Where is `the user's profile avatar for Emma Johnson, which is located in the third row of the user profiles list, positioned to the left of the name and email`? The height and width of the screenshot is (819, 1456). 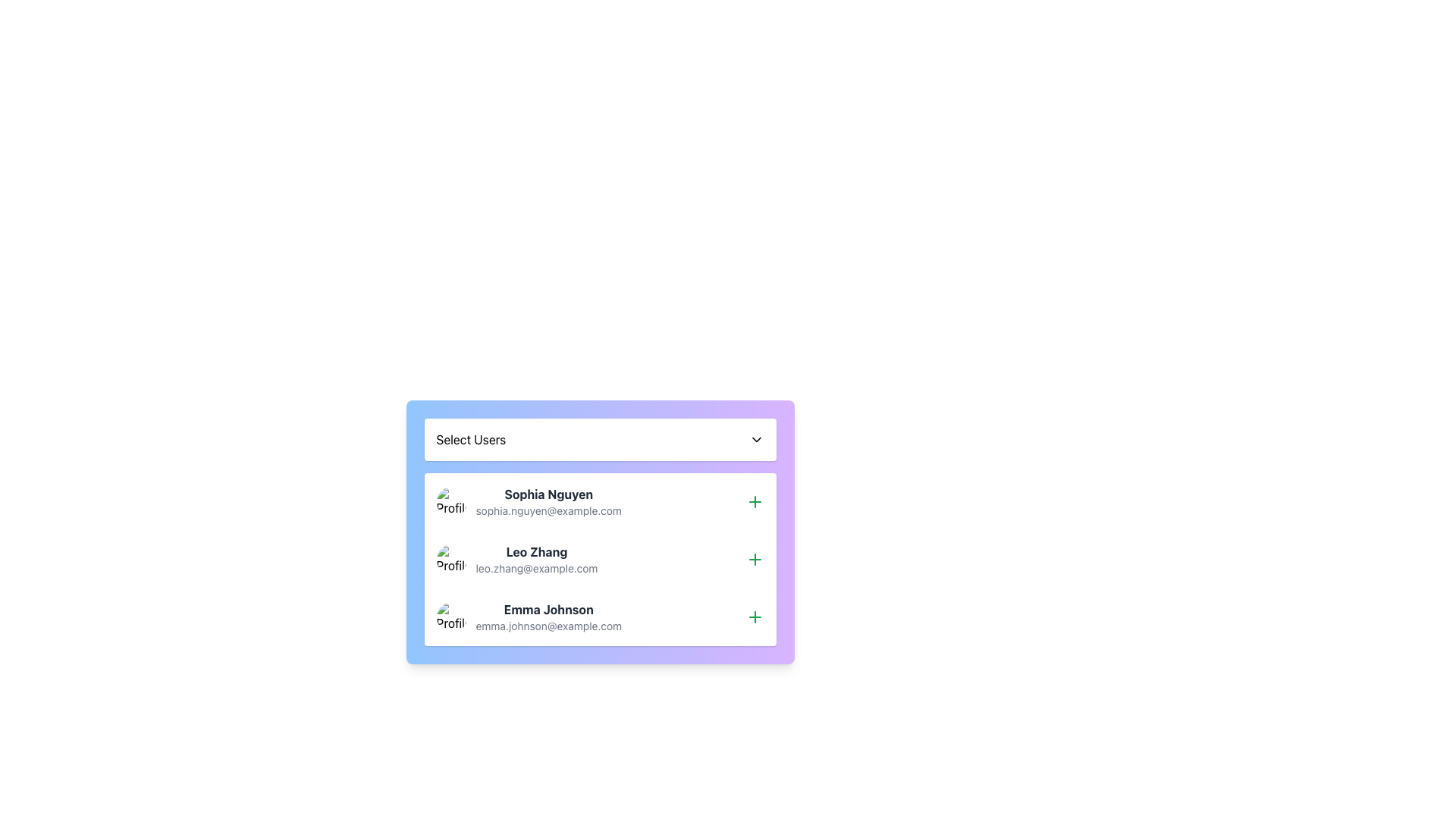 the user's profile avatar for Emma Johnson, which is located in the third row of the user profiles list, positioned to the left of the name and email is located at coordinates (450, 617).